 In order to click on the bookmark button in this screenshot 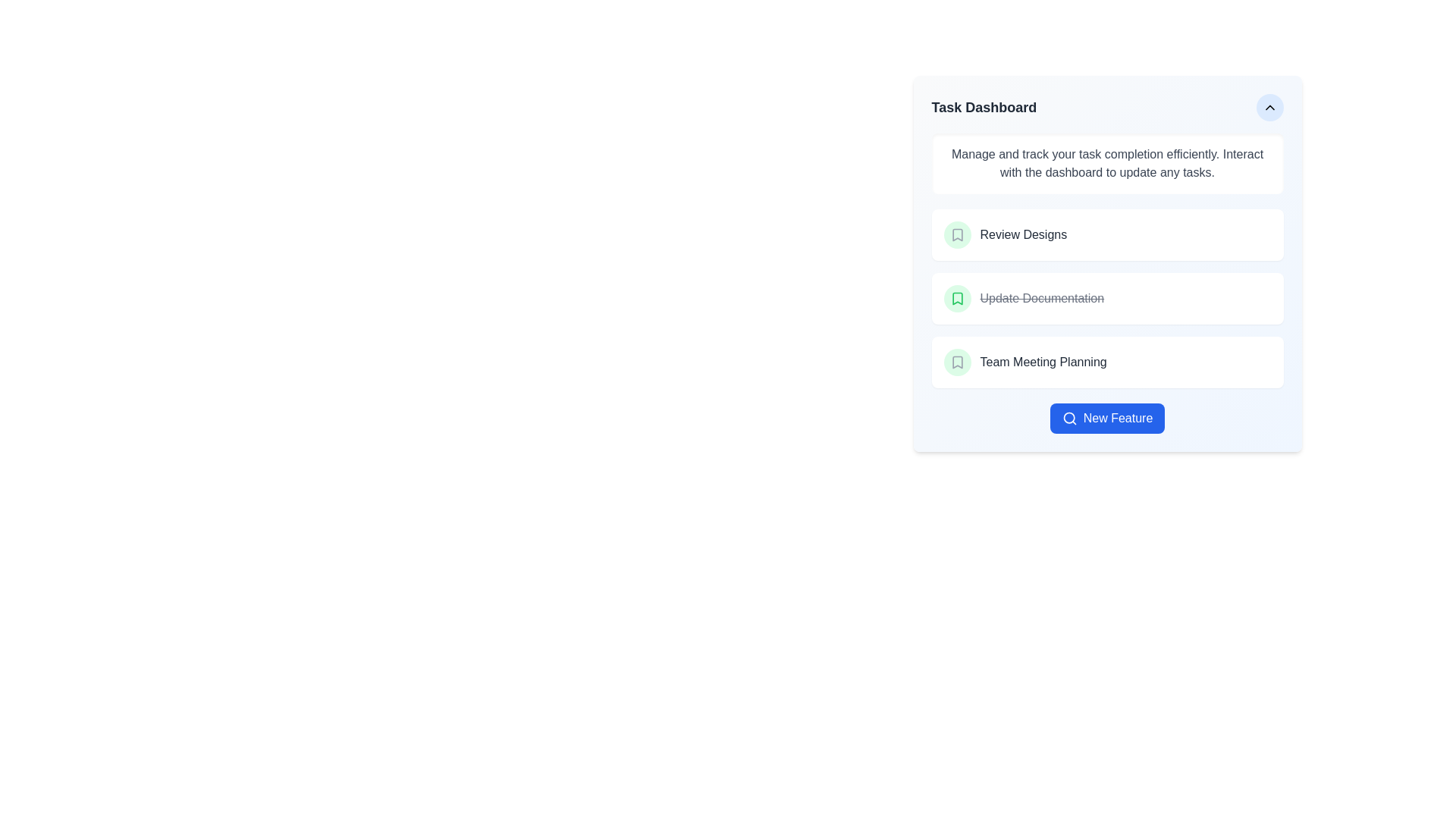, I will do `click(956, 362)`.